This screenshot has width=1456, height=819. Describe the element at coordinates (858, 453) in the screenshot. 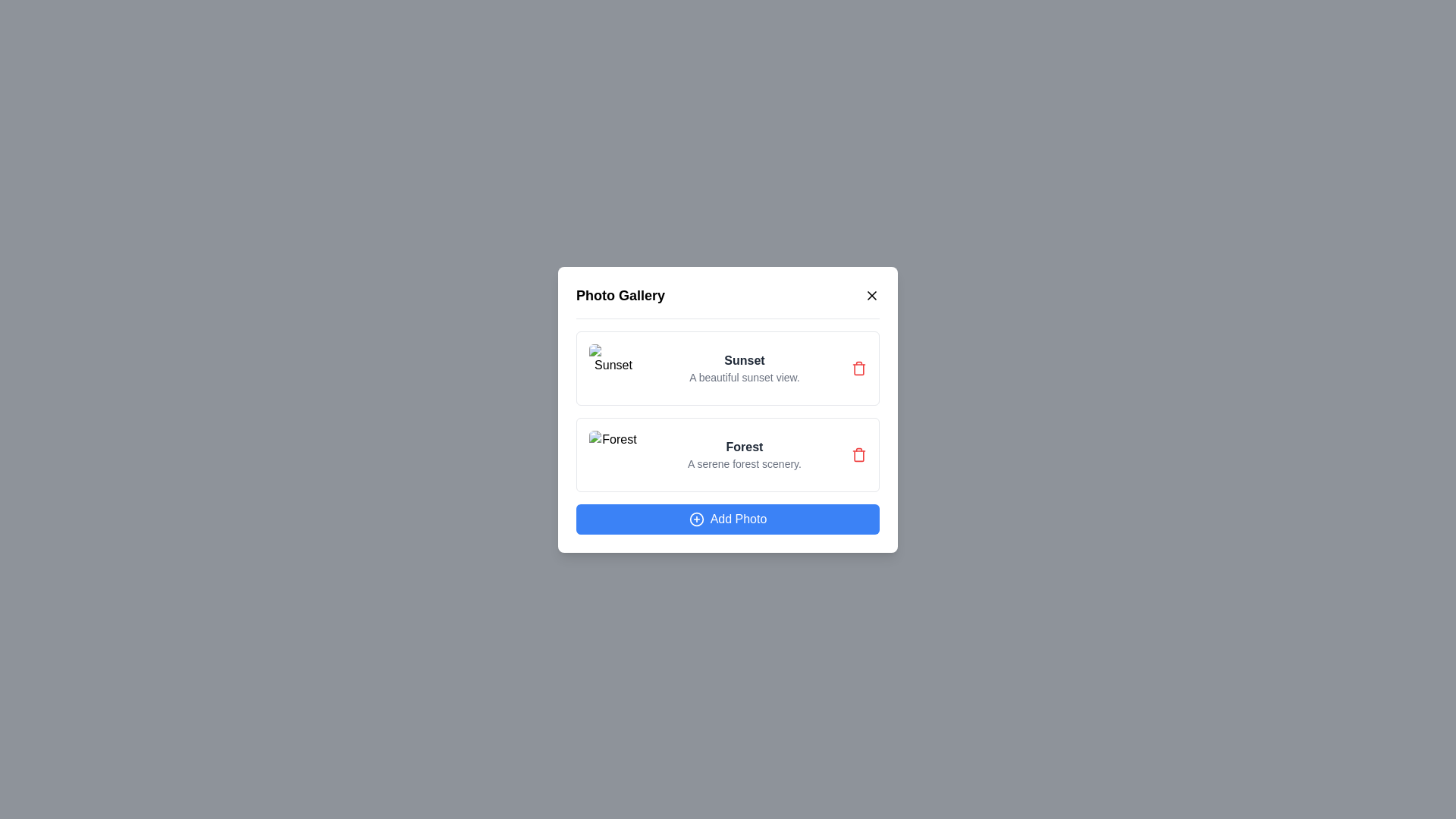

I see `the red trash can icon near the top-right corner of the second entry in the list` at that location.